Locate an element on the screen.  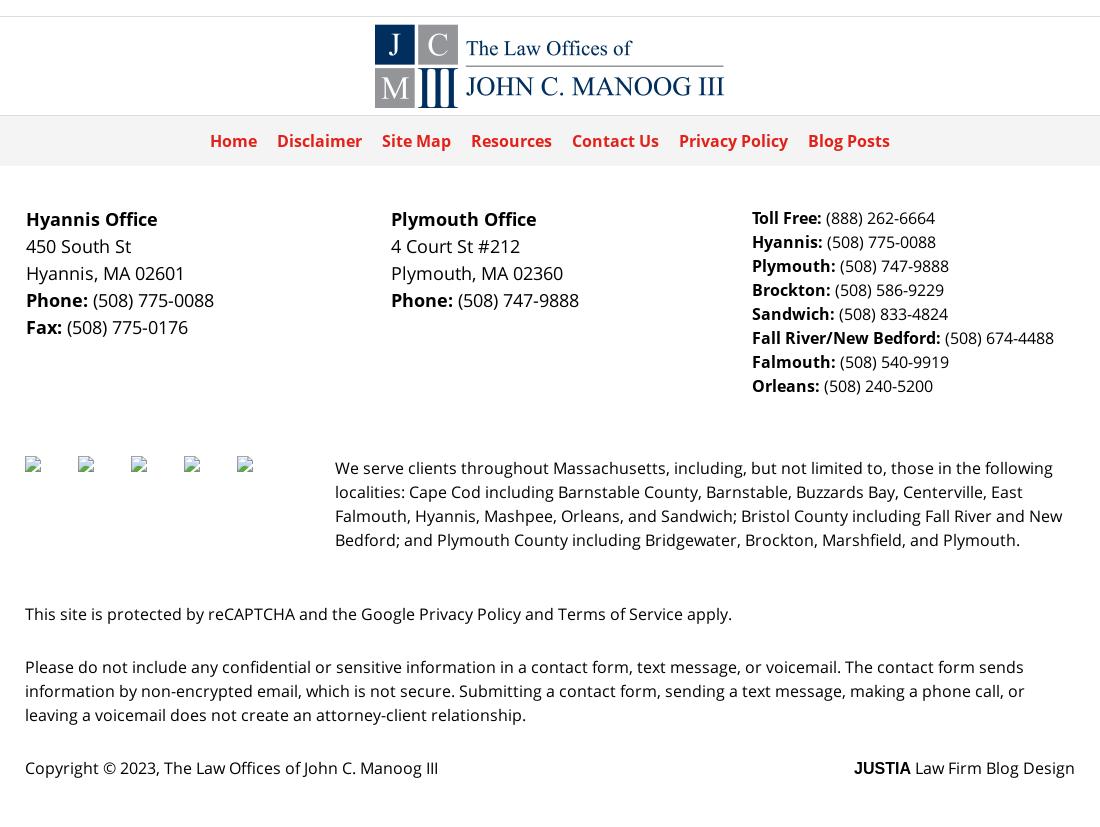
'This site is protected by reCAPTCHA and the Google' is located at coordinates (221, 612).